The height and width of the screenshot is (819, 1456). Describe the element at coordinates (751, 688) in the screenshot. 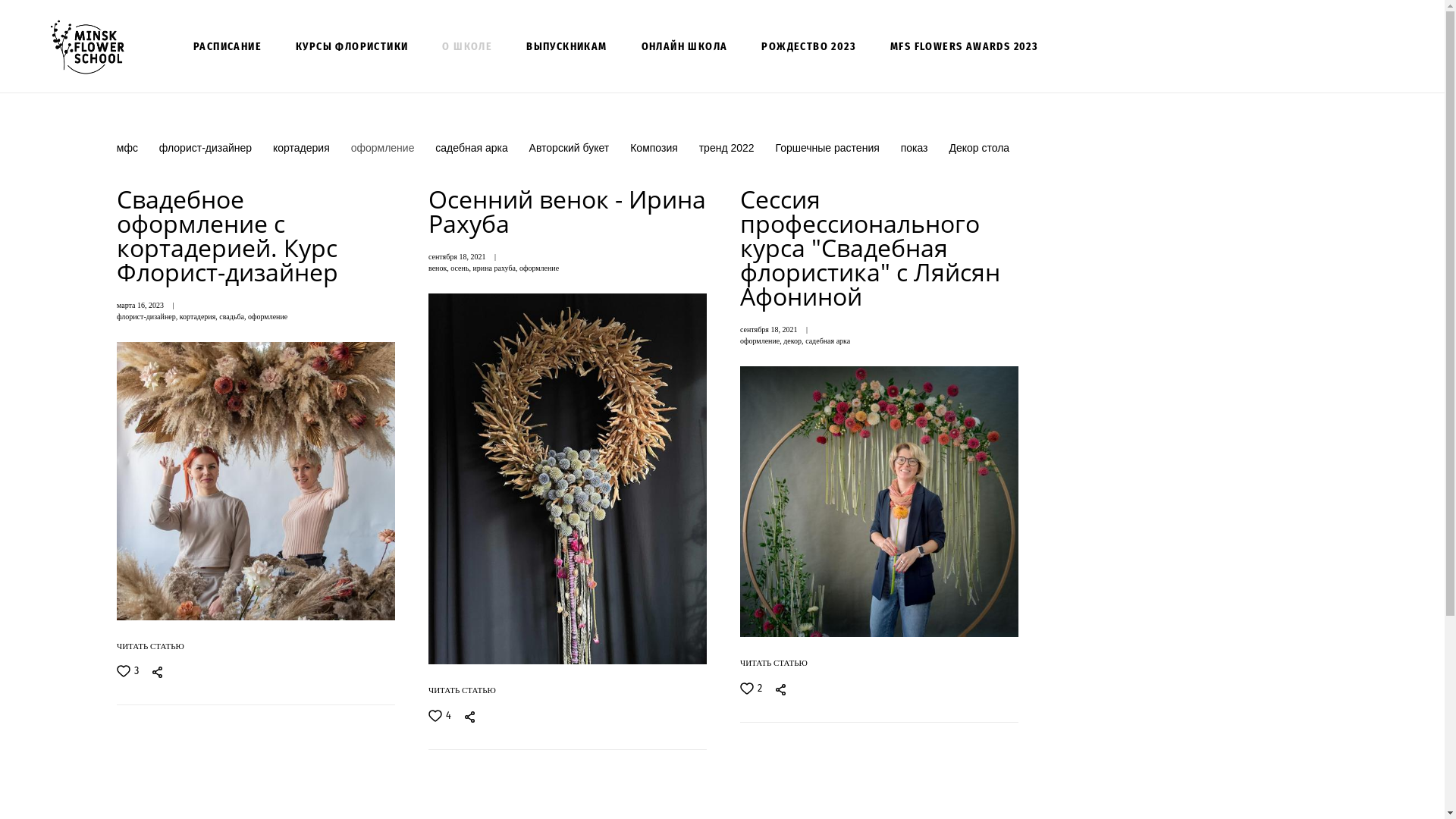

I see `'2'` at that location.